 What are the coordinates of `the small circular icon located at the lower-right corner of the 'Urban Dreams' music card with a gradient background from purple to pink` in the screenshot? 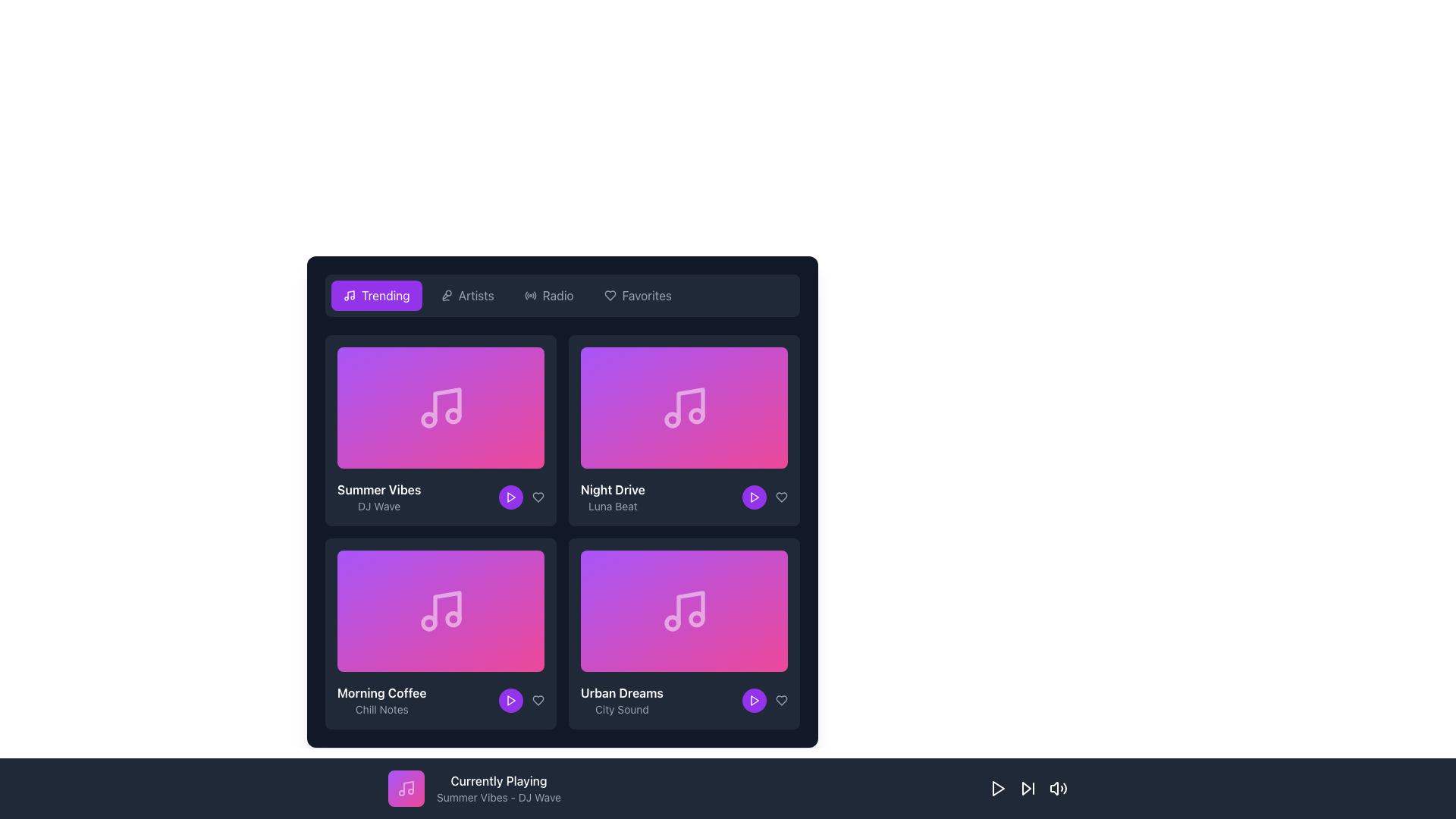 It's located at (695, 619).